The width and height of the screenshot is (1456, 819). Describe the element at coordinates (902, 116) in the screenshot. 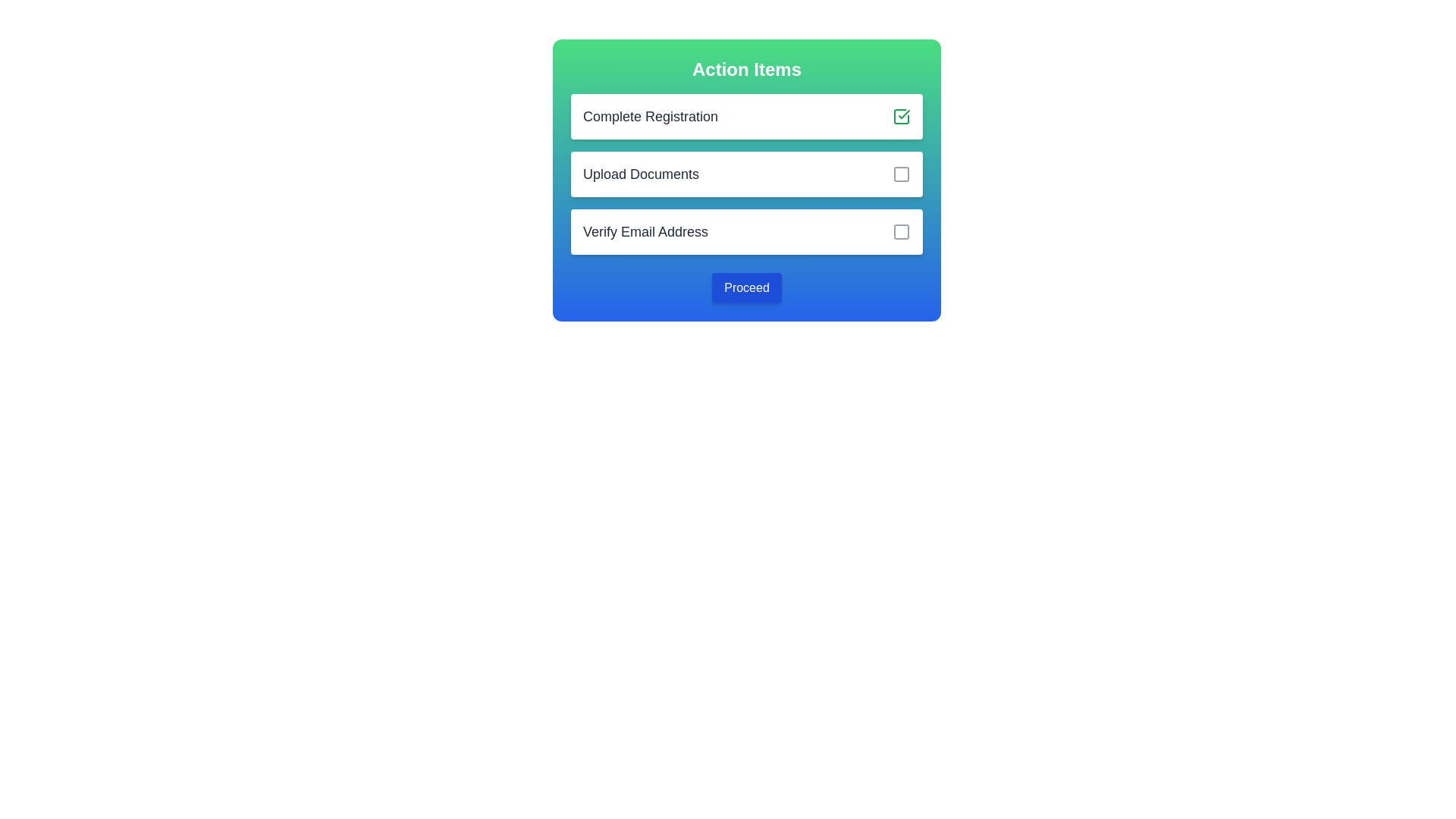

I see `the green checkbox icon with a white checkmark, located to the right of the 'Complete Registration' text` at that location.